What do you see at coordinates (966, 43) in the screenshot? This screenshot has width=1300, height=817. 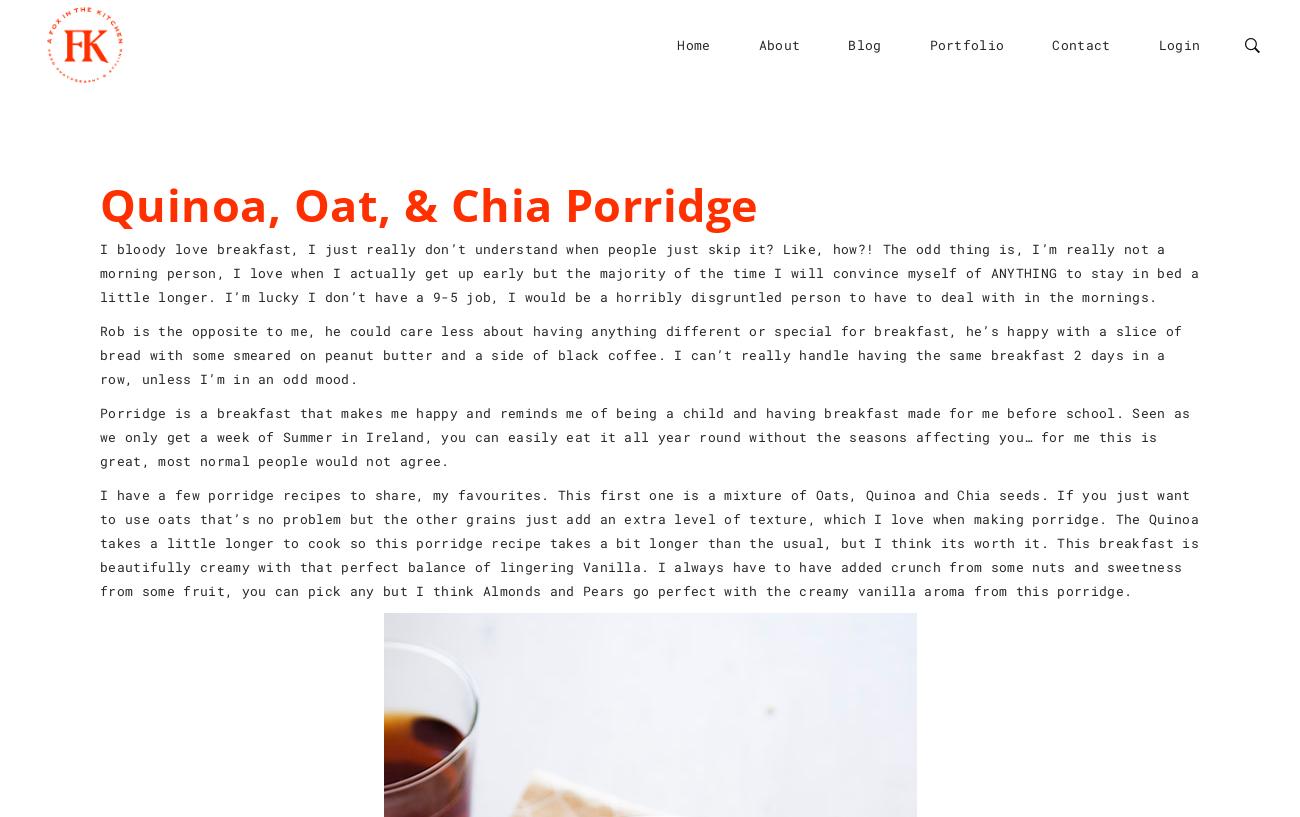 I see `'Portfolio'` at bounding box center [966, 43].